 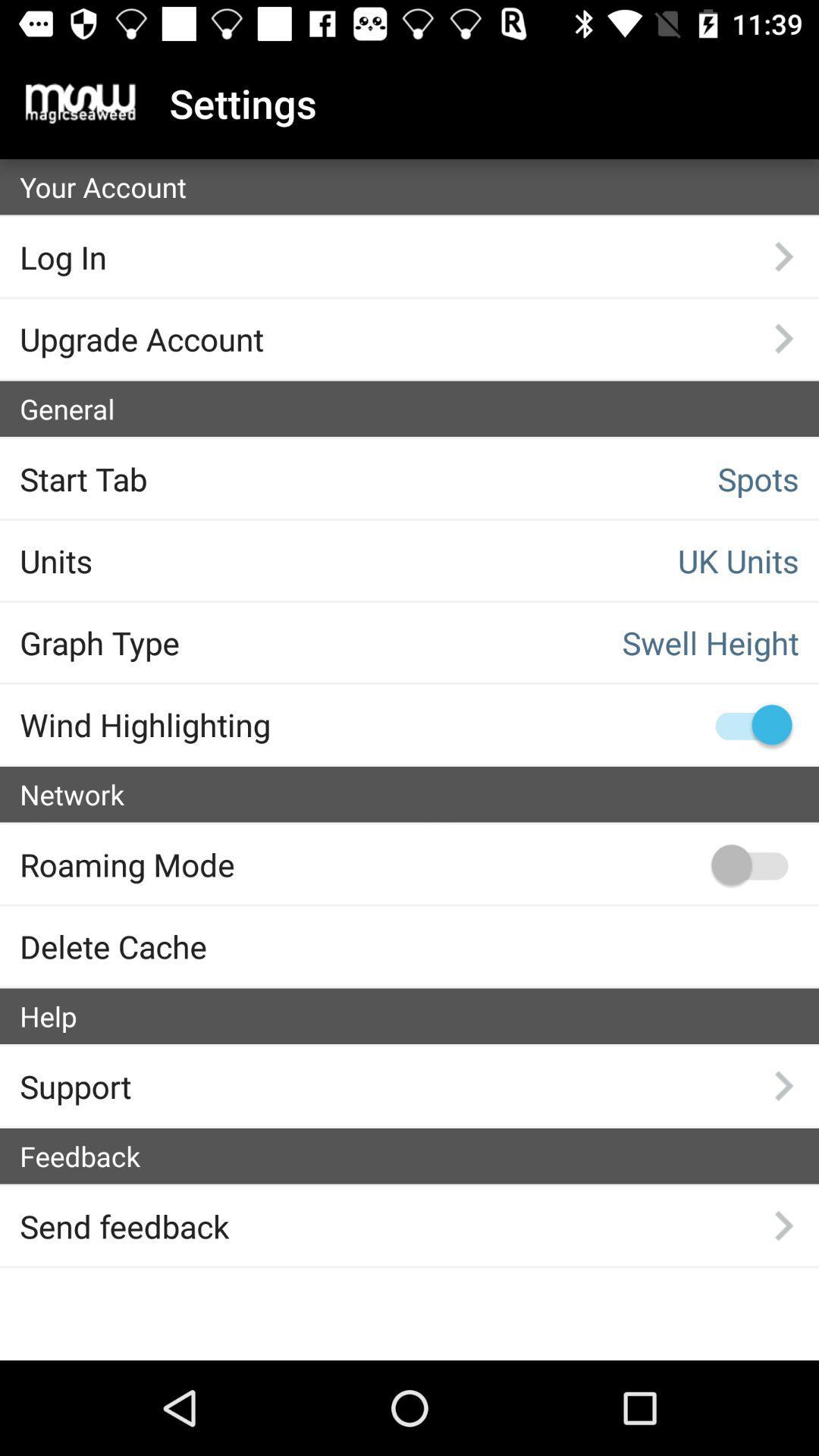 What do you see at coordinates (783, 337) in the screenshot?
I see `the second next symbol from the top` at bounding box center [783, 337].